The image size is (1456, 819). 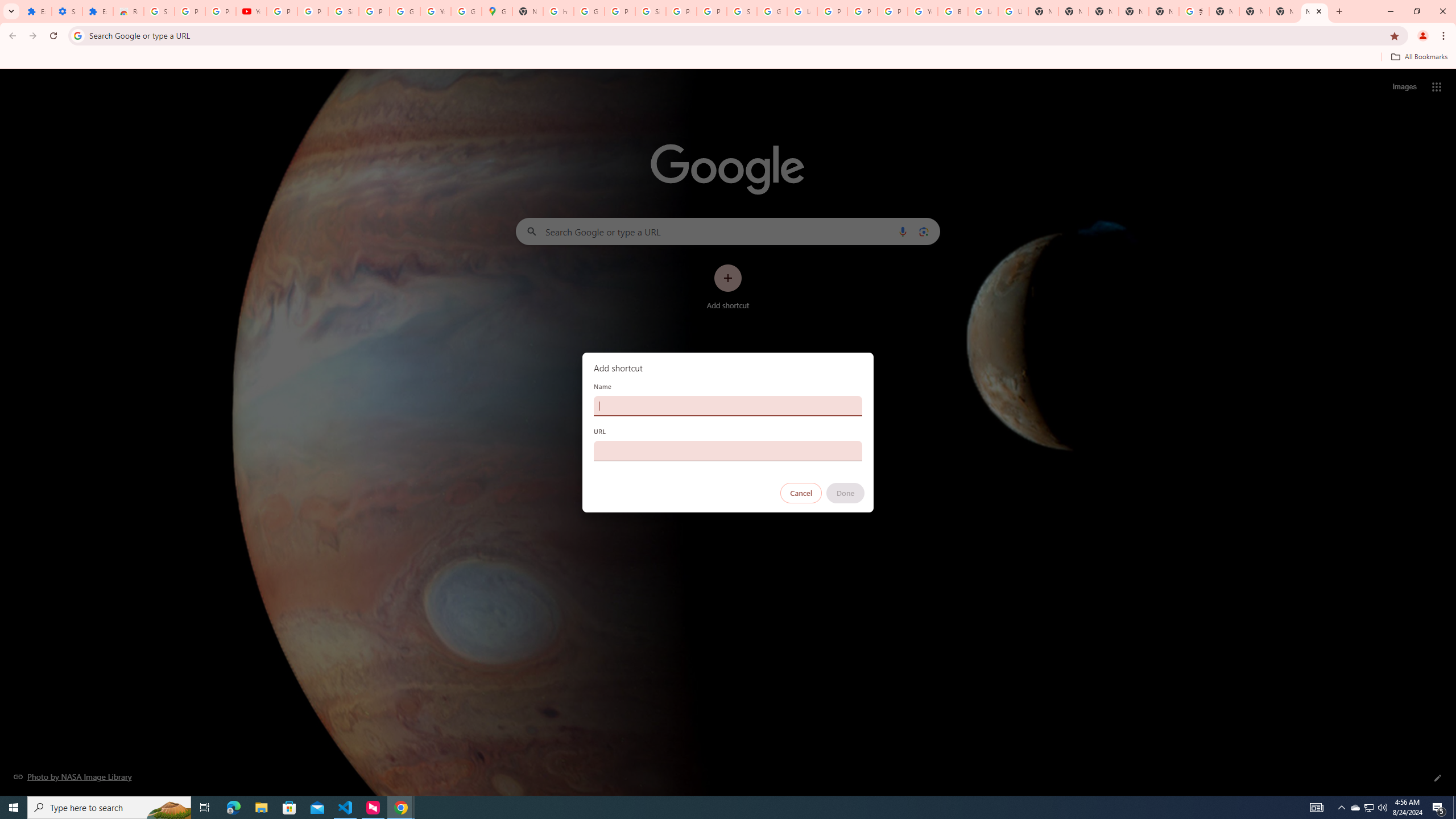 I want to click on 'YouTube', so click(x=435, y=11).